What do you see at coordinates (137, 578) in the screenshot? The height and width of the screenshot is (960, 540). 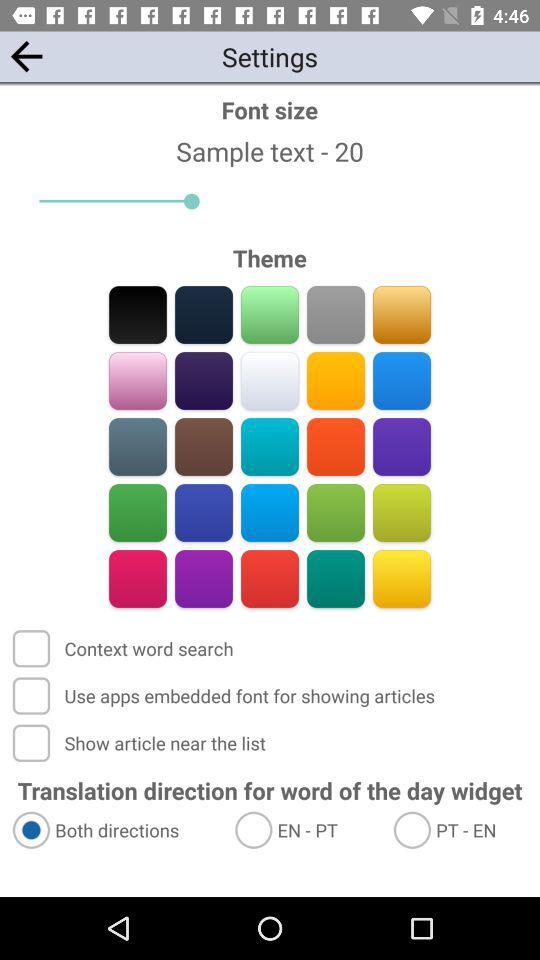 I see `a color` at bounding box center [137, 578].